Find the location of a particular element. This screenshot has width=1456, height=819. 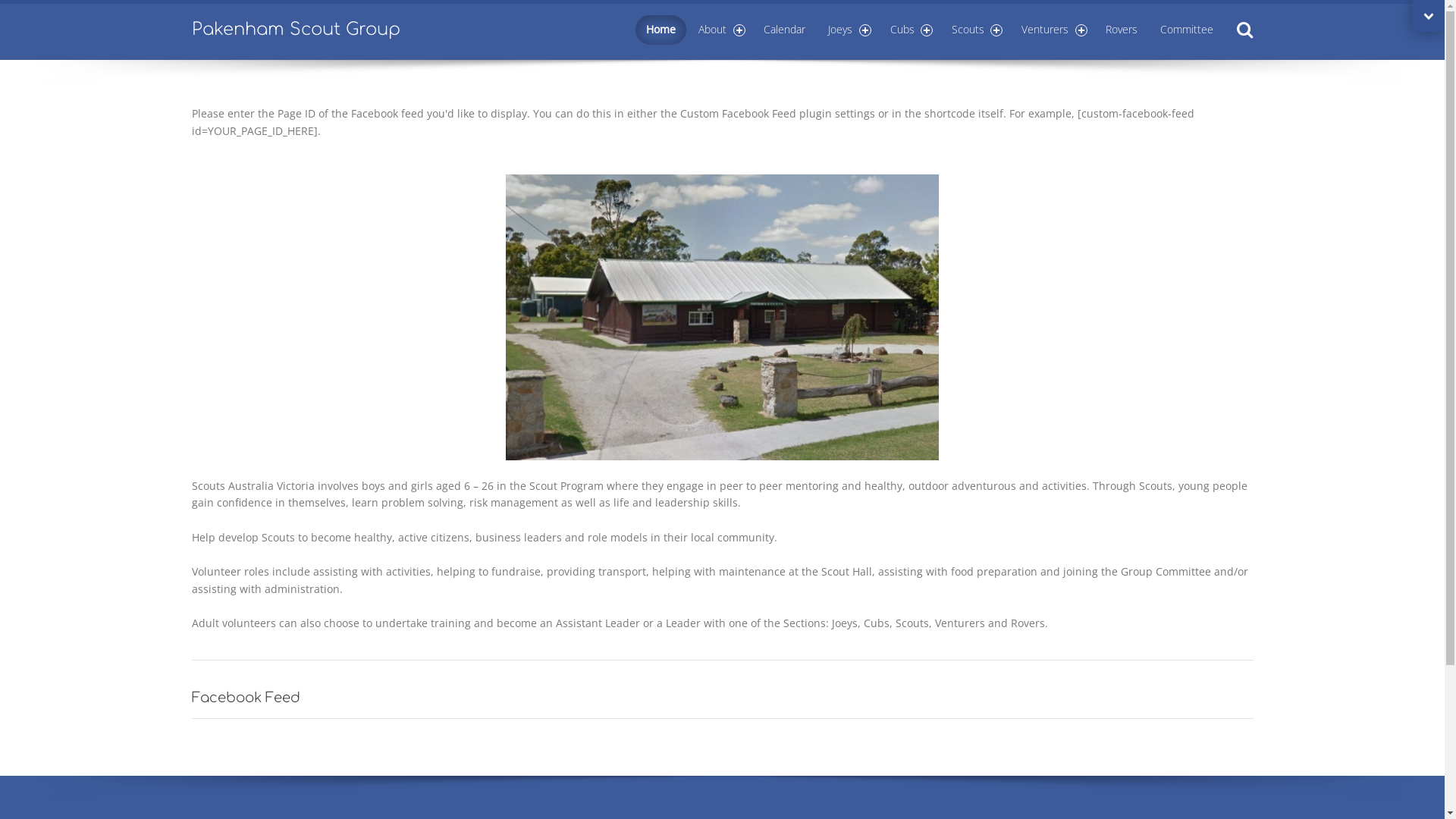

'Search' is located at coordinates (1244, 30).